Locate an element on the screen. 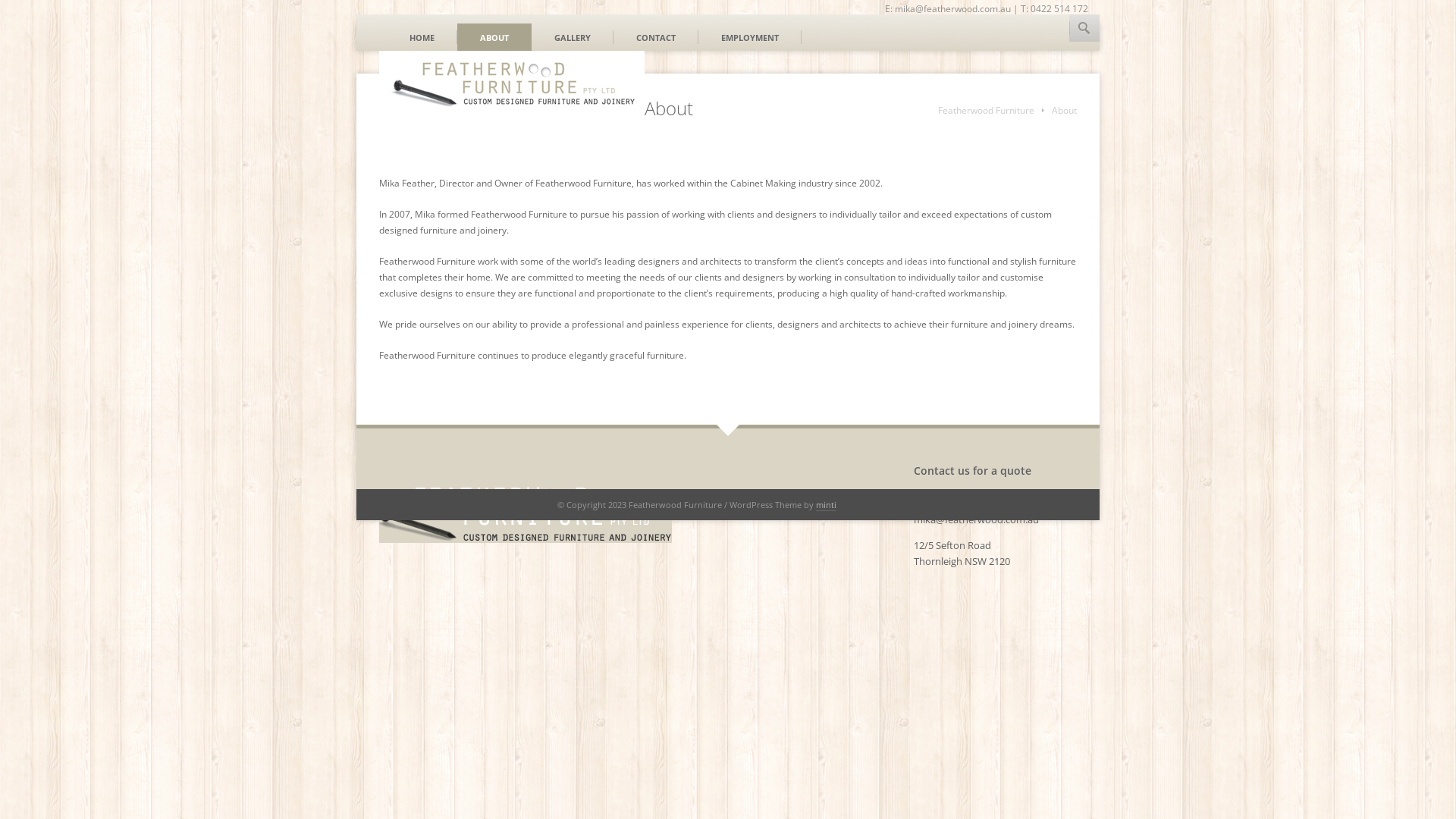 This screenshot has width=1456, height=819. 'HOME' is located at coordinates (386, 36).